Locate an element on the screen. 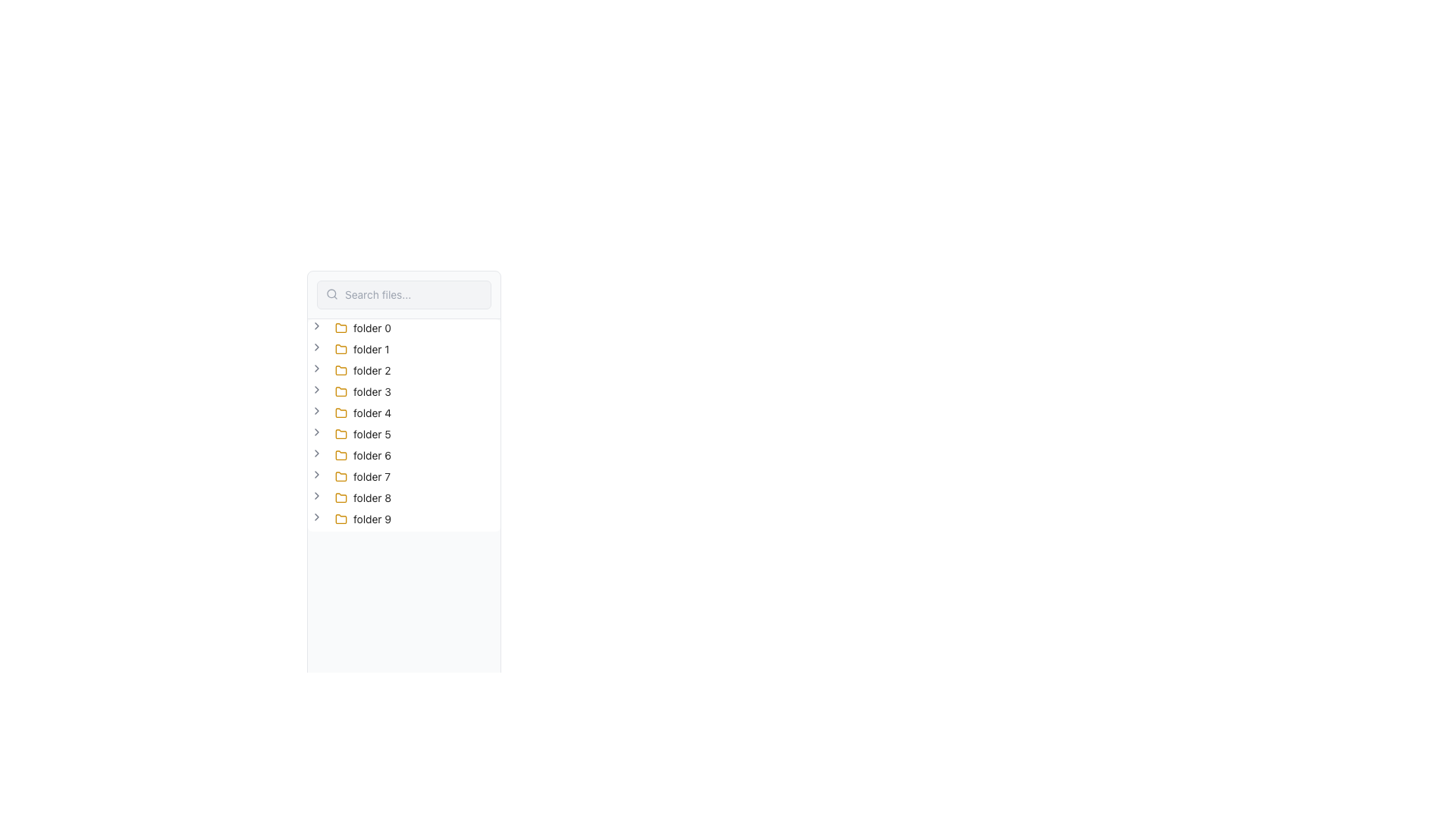 Image resolution: width=1456 pixels, height=819 pixels. the text label displaying 'folder 3' which is positioned vertically in a sidebar, aligned next to a yellow folder icon, as the fourth item in the list of folder items is located at coordinates (372, 391).